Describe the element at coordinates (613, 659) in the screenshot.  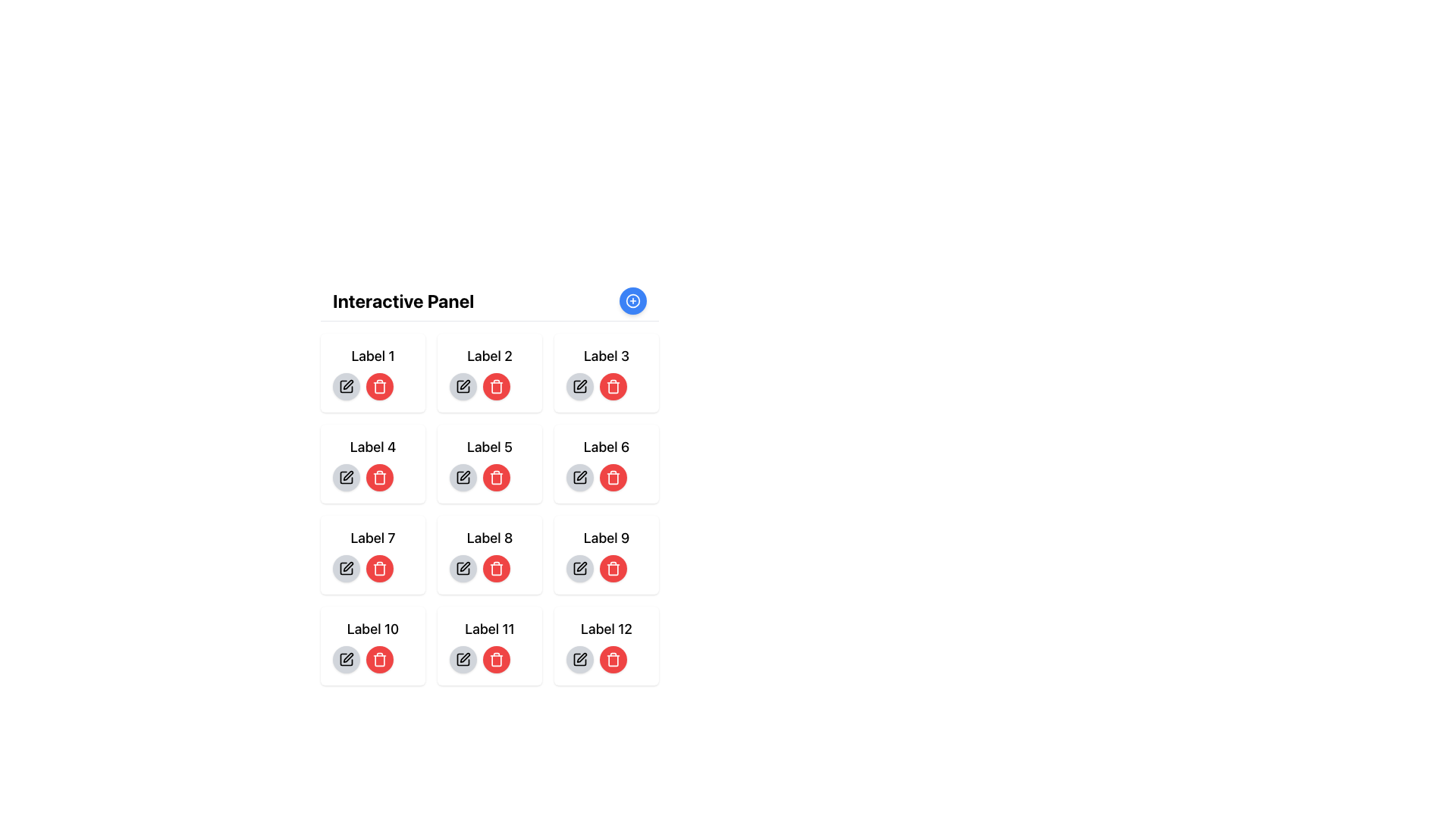
I see `the second button in the control pair associated with 'Label 12'` at that location.